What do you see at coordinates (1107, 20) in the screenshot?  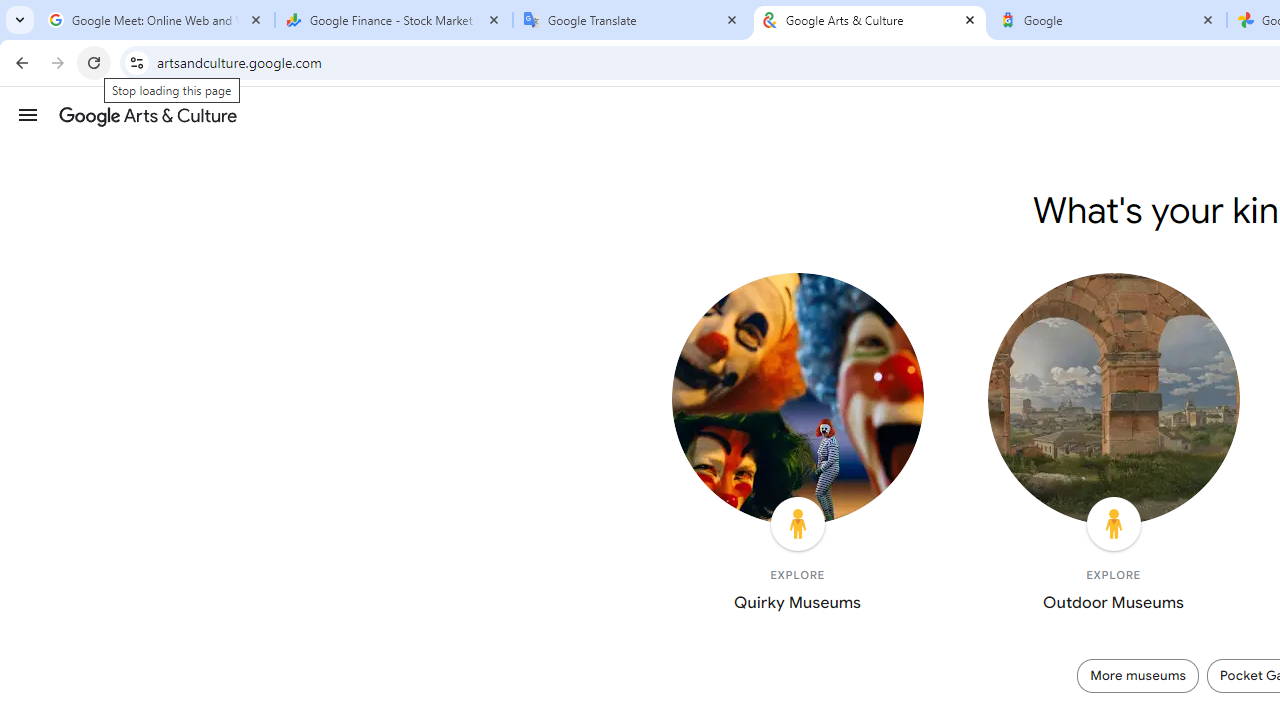 I see `'Google'` at bounding box center [1107, 20].